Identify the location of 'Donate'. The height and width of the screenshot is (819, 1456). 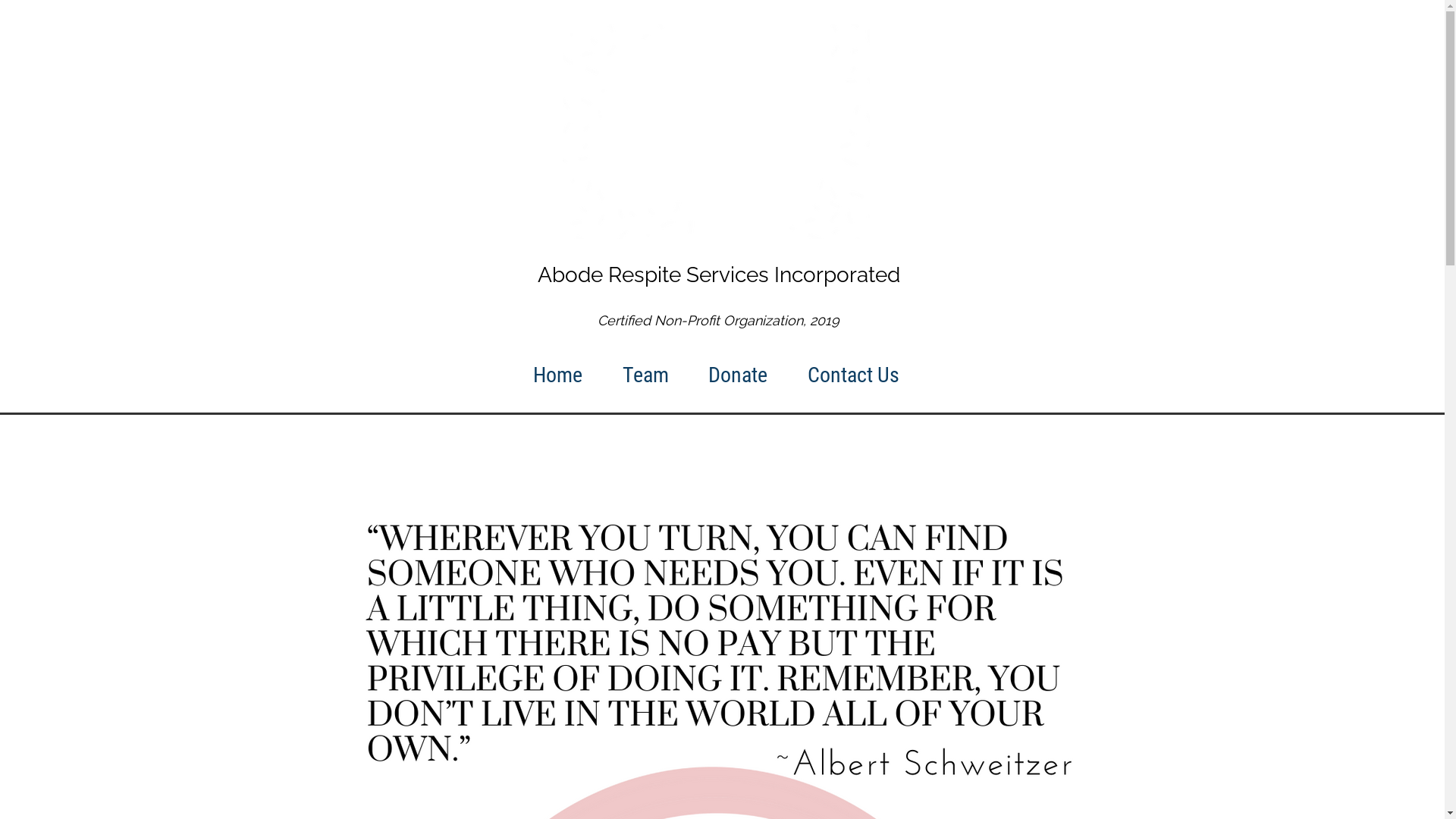
(738, 375).